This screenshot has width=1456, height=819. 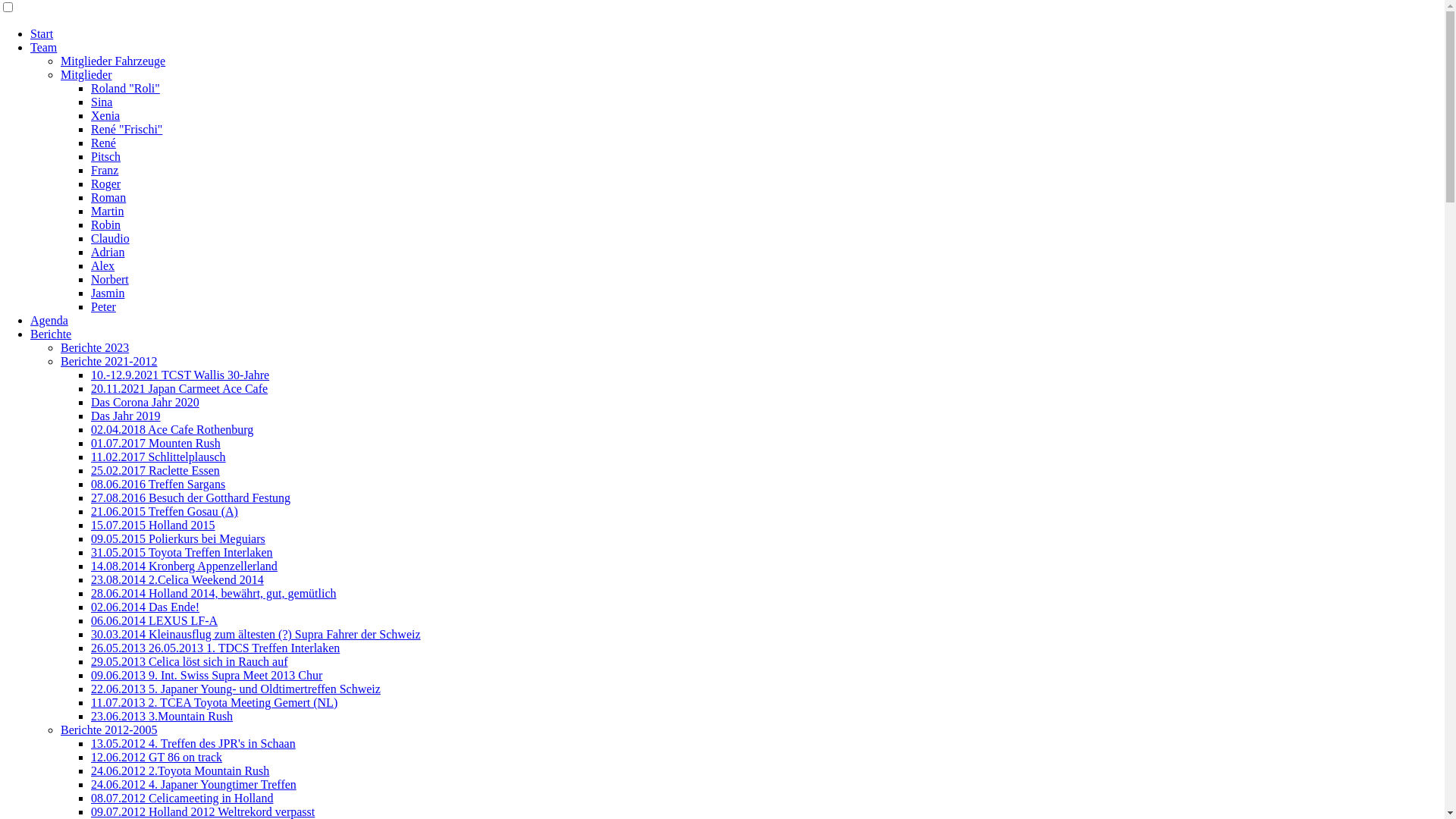 I want to click on 'Roman', so click(x=108, y=196).